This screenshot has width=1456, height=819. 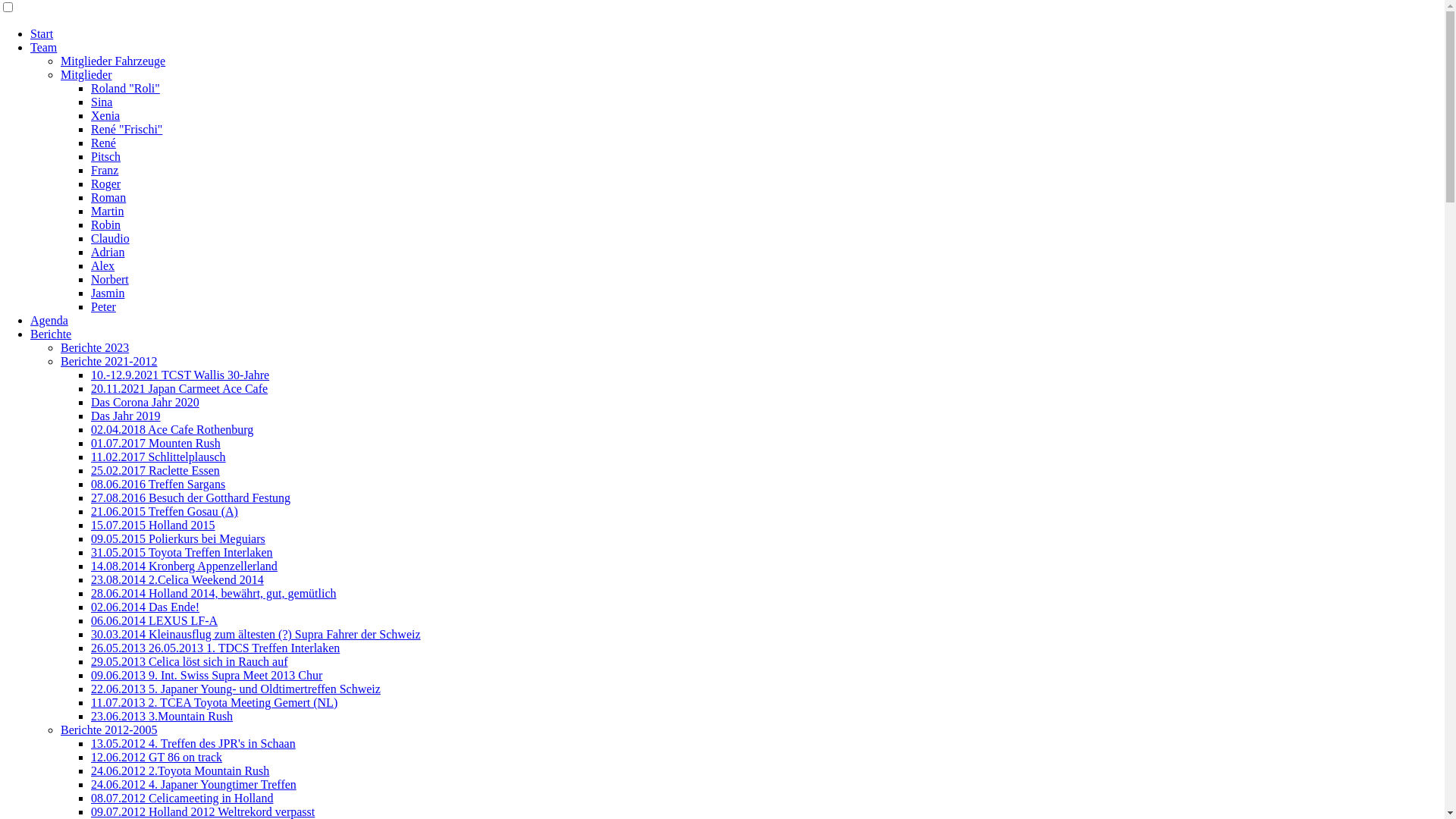 I want to click on 'Roman', so click(x=108, y=196).